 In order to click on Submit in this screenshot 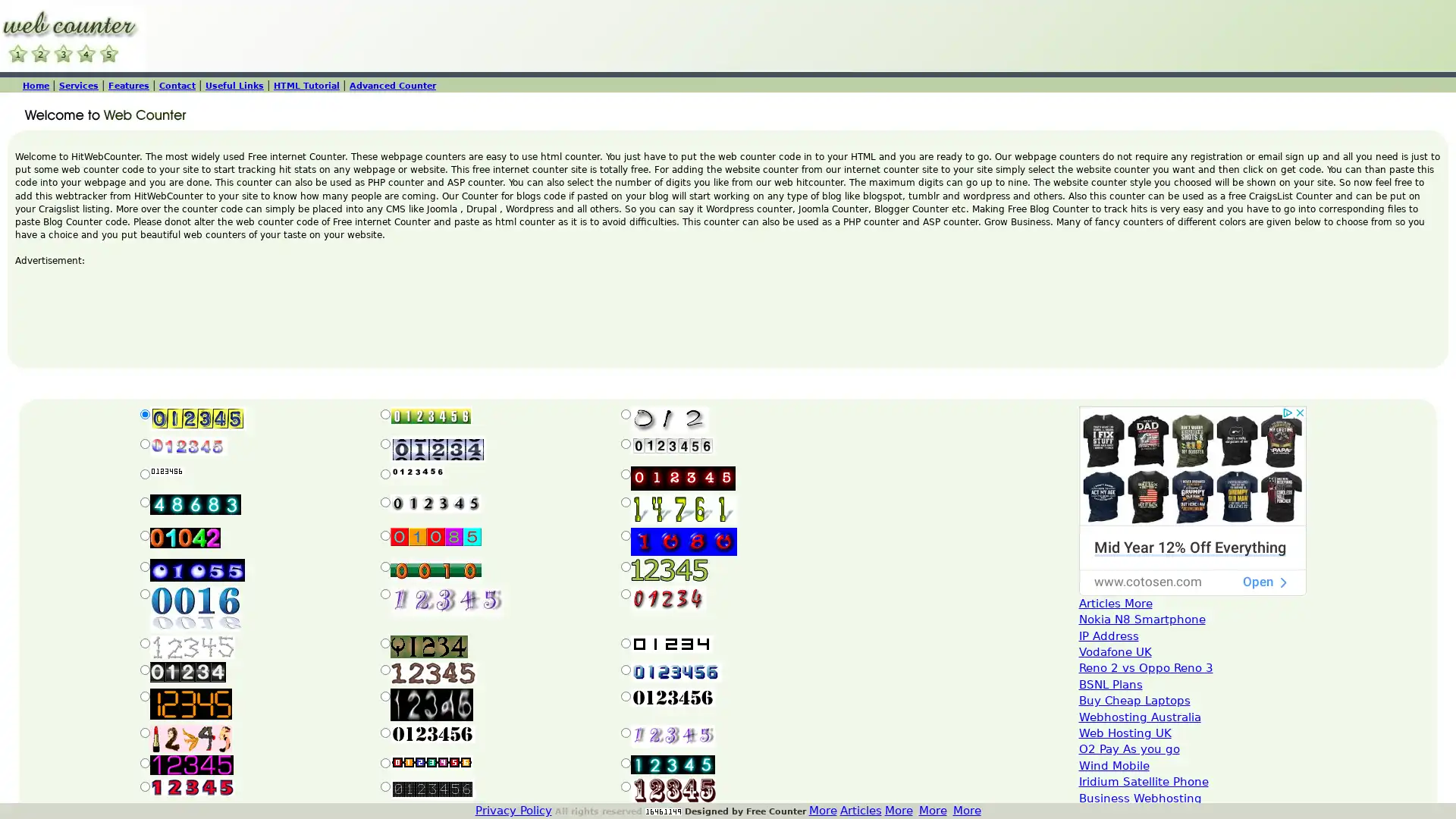, I will do `click(416, 470)`.